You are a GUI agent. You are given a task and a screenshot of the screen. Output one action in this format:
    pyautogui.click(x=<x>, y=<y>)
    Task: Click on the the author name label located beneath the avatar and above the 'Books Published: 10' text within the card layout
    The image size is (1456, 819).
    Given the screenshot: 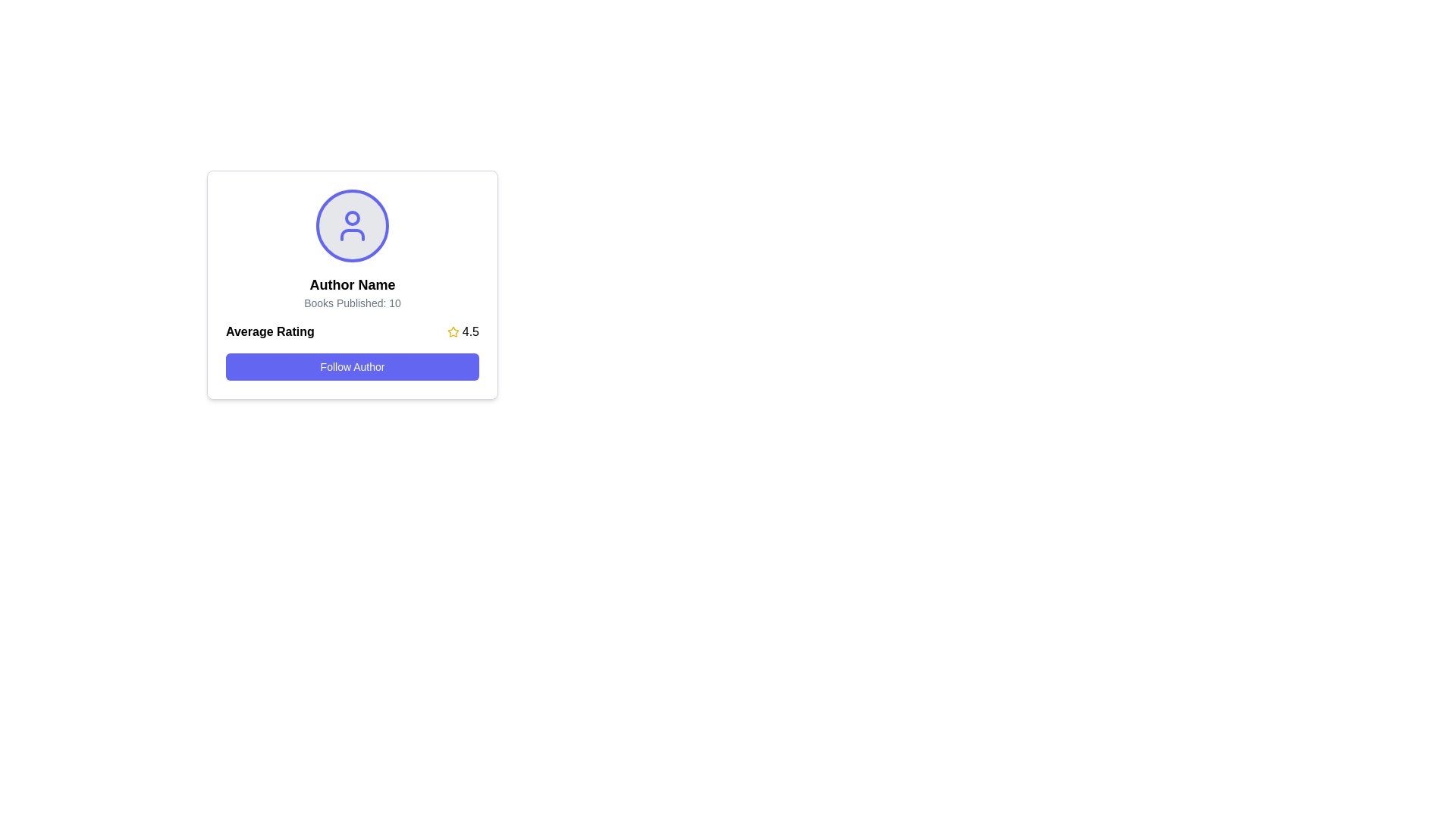 What is the action you would take?
    pyautogui.click(x=352, y=284)
    